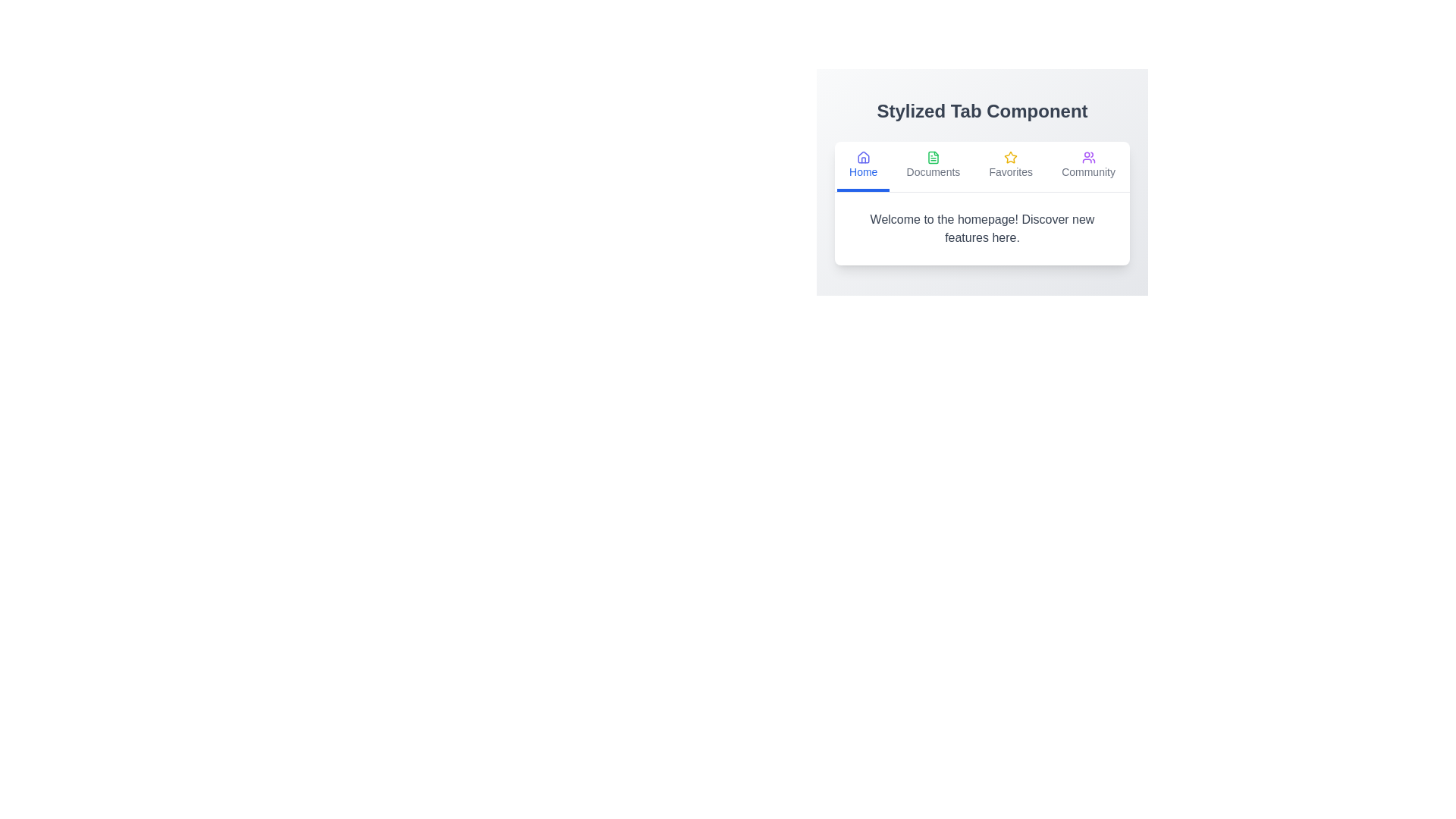  Describe the element at coordinates (931, 158) in the screenshot. I see `the 'Documents' icon in the navigation tab, which is centrally located in the 'Documents' section of the tab bar` at that location.